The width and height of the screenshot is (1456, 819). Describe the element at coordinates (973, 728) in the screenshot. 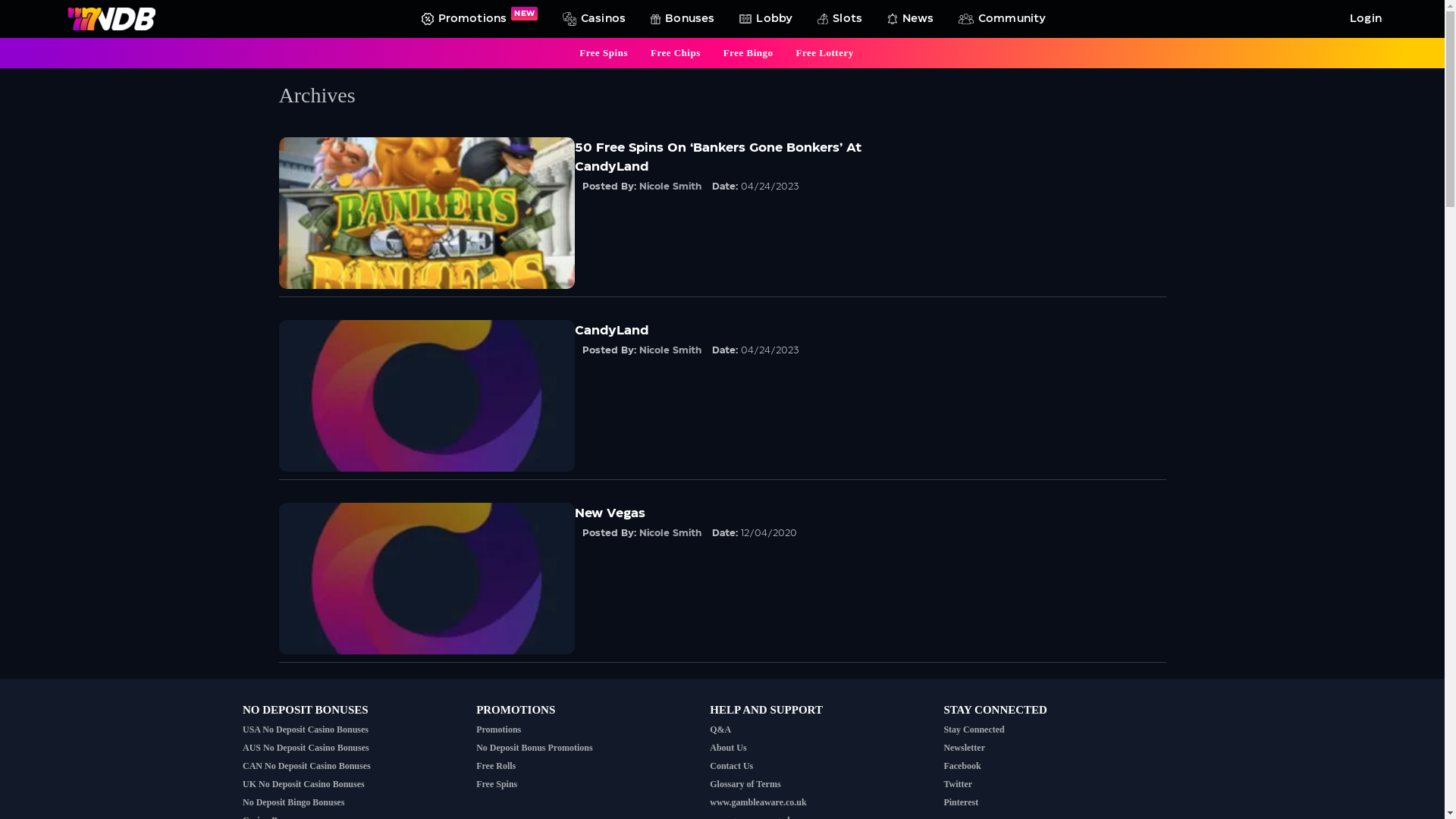

I see `'Stay Connected'` at that location.